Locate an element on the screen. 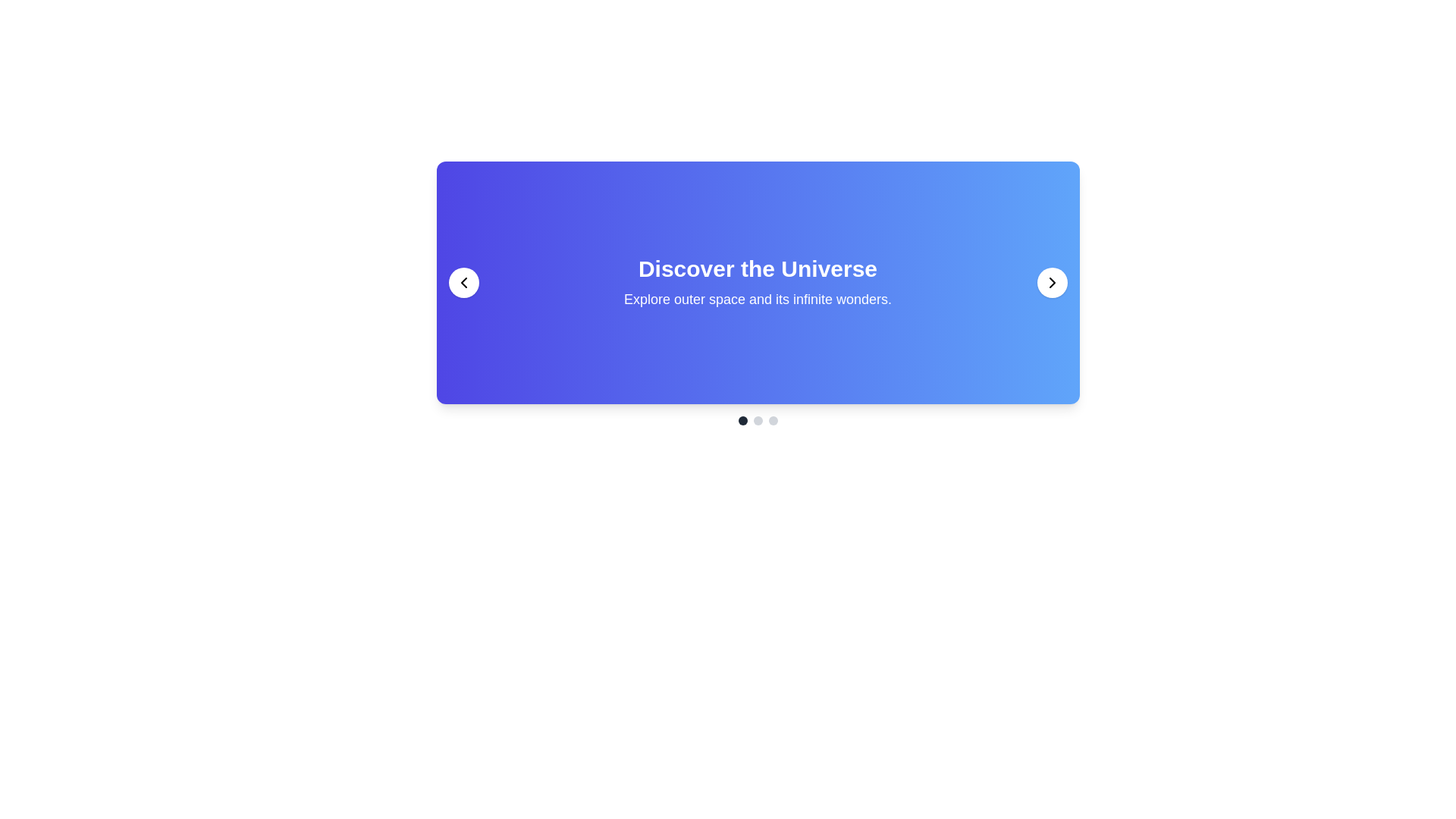  the navigational arrow icon centered within the circular white button on the right side of the blue gradient card is located at coordinates (1051, 283).